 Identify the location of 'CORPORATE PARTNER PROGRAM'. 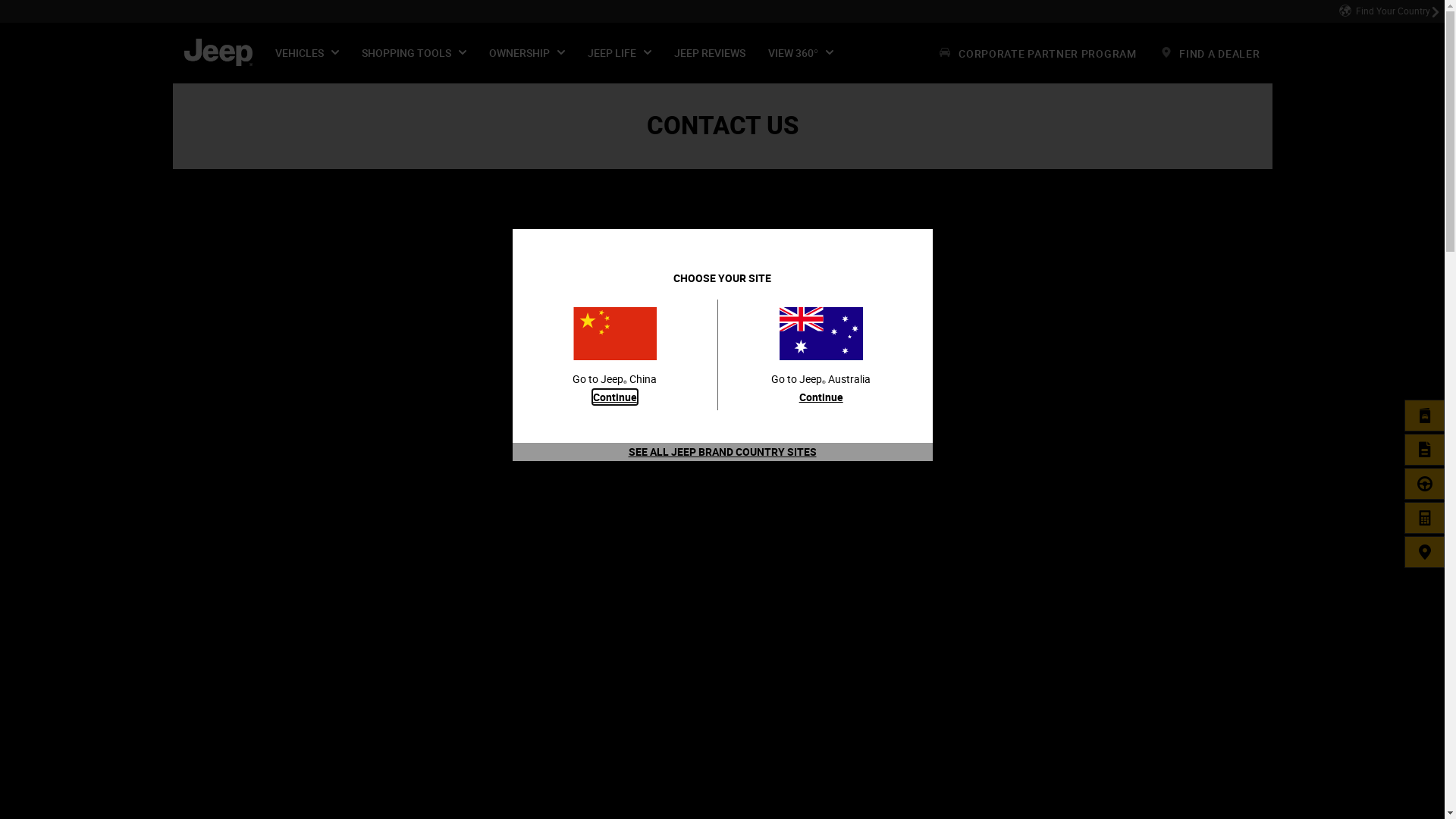
(1037, 52).